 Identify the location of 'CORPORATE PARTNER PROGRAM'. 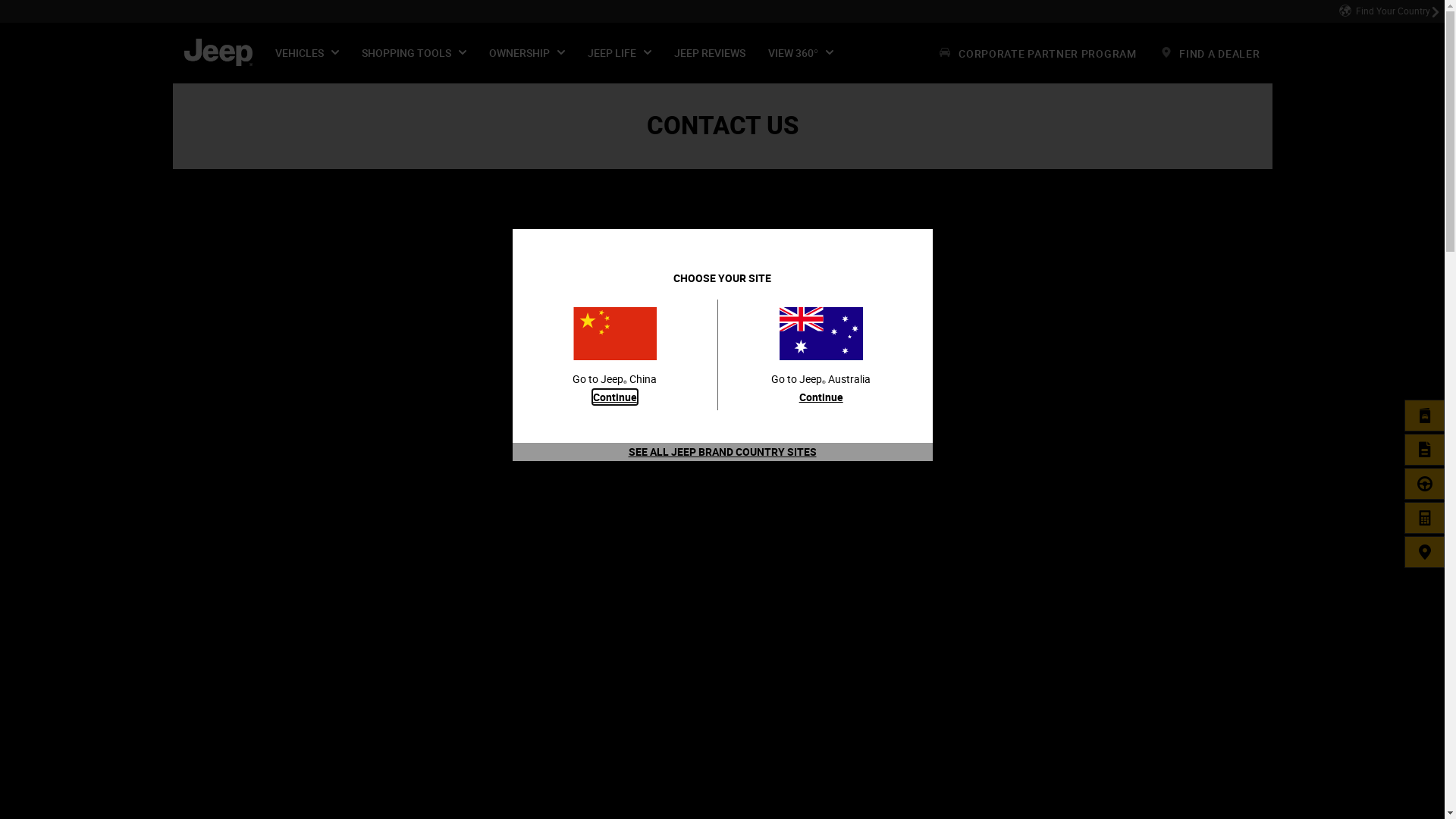
(1037, 52).